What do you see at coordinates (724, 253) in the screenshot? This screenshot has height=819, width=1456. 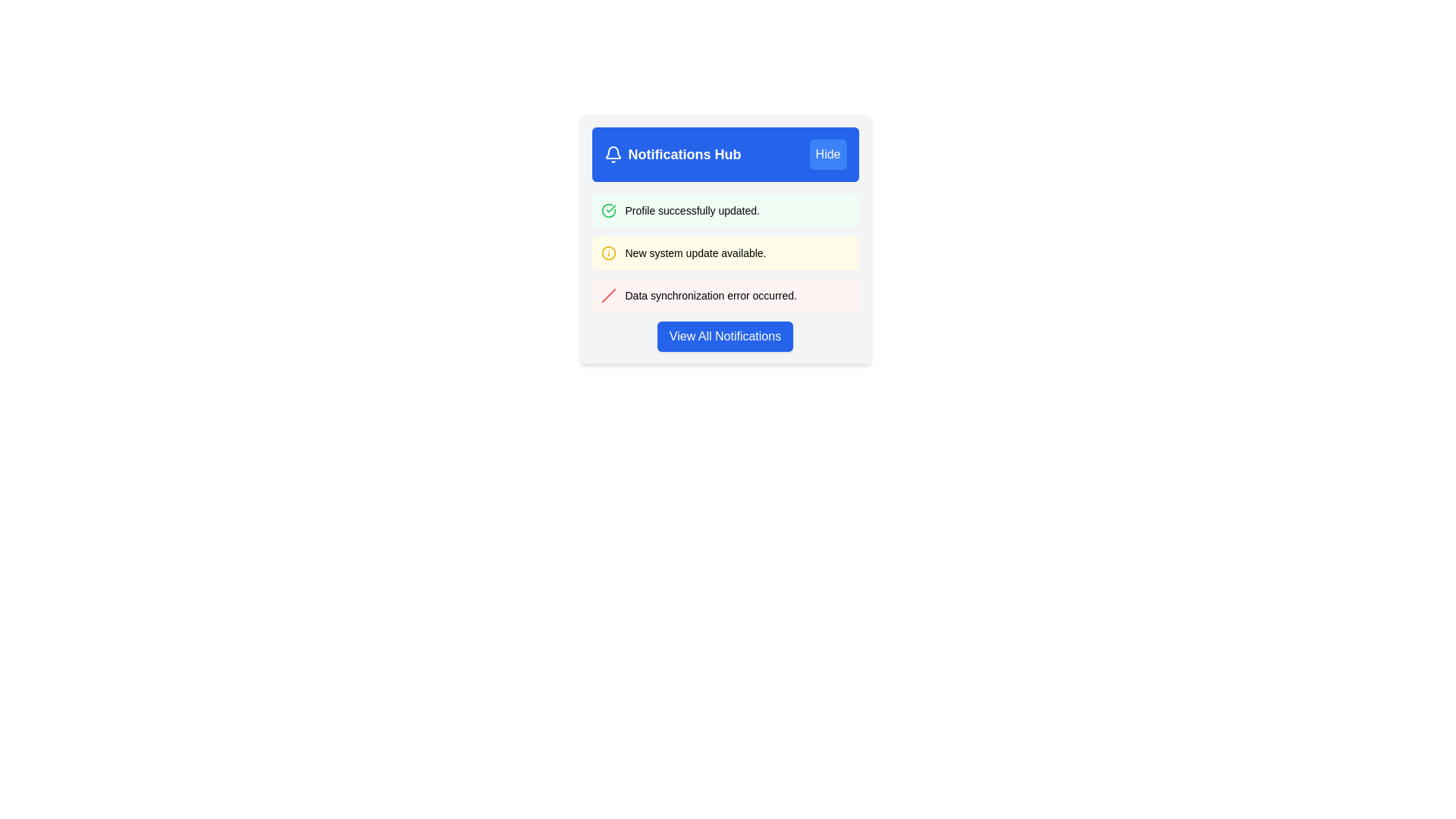 I see `the notification box with a pale yellow background that contains the message 'New system update available.'` at bounding box center [724, 253].